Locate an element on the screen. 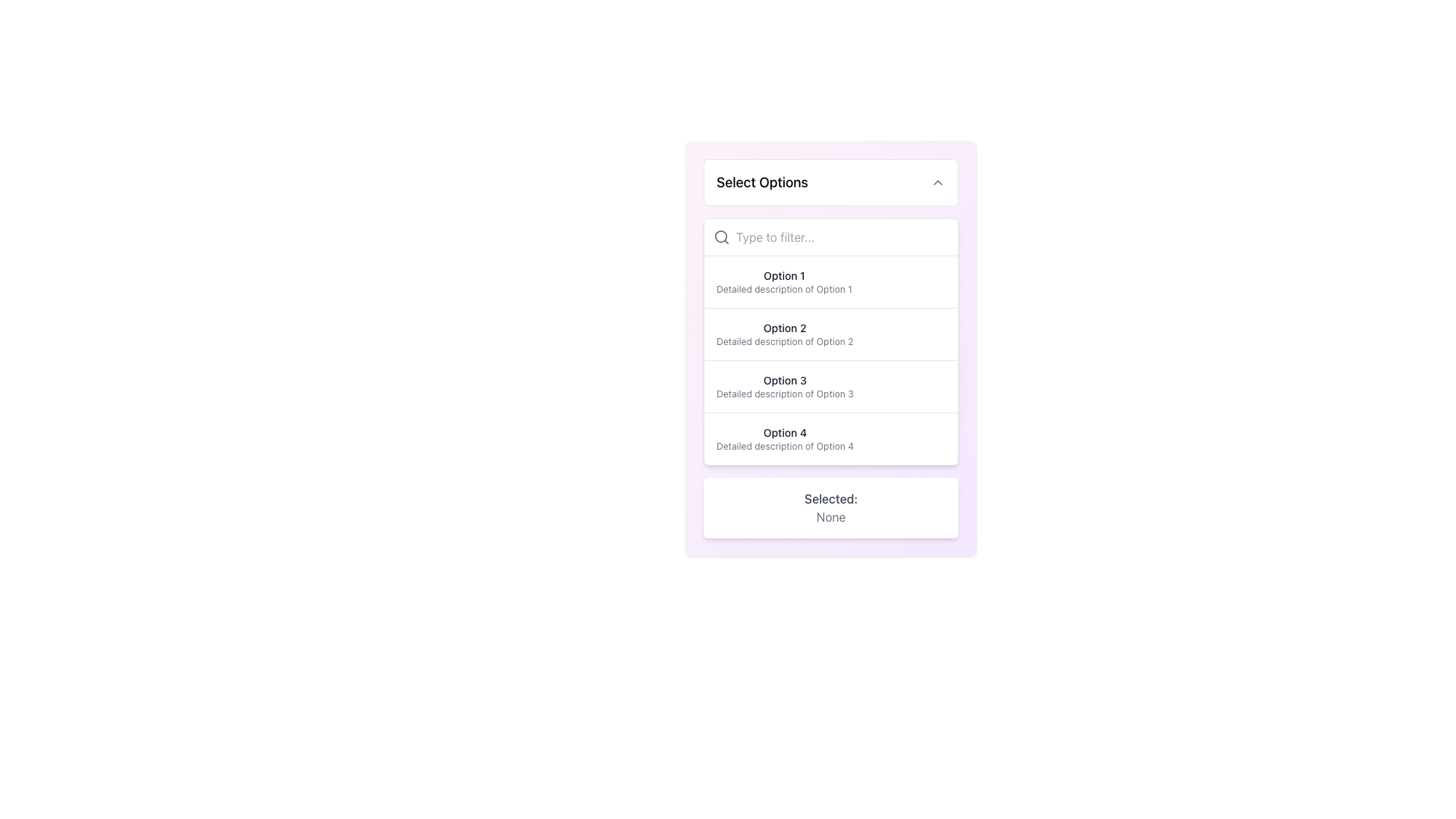 The width and height of the screenshot is (1456, 819). the second selectable option in the dropdown menu is located at coordinates (785, 333).